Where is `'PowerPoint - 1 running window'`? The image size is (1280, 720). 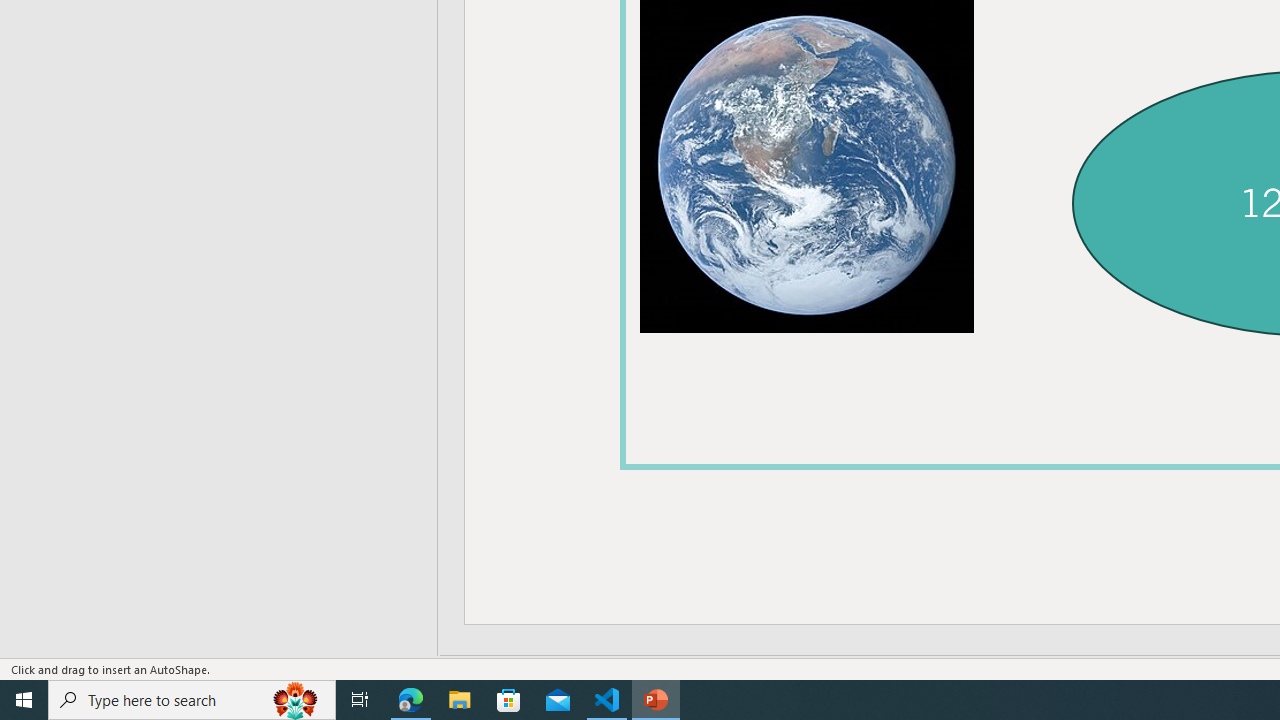 'PowerPoint - 1 running window' is located at coordinates (656, 698).